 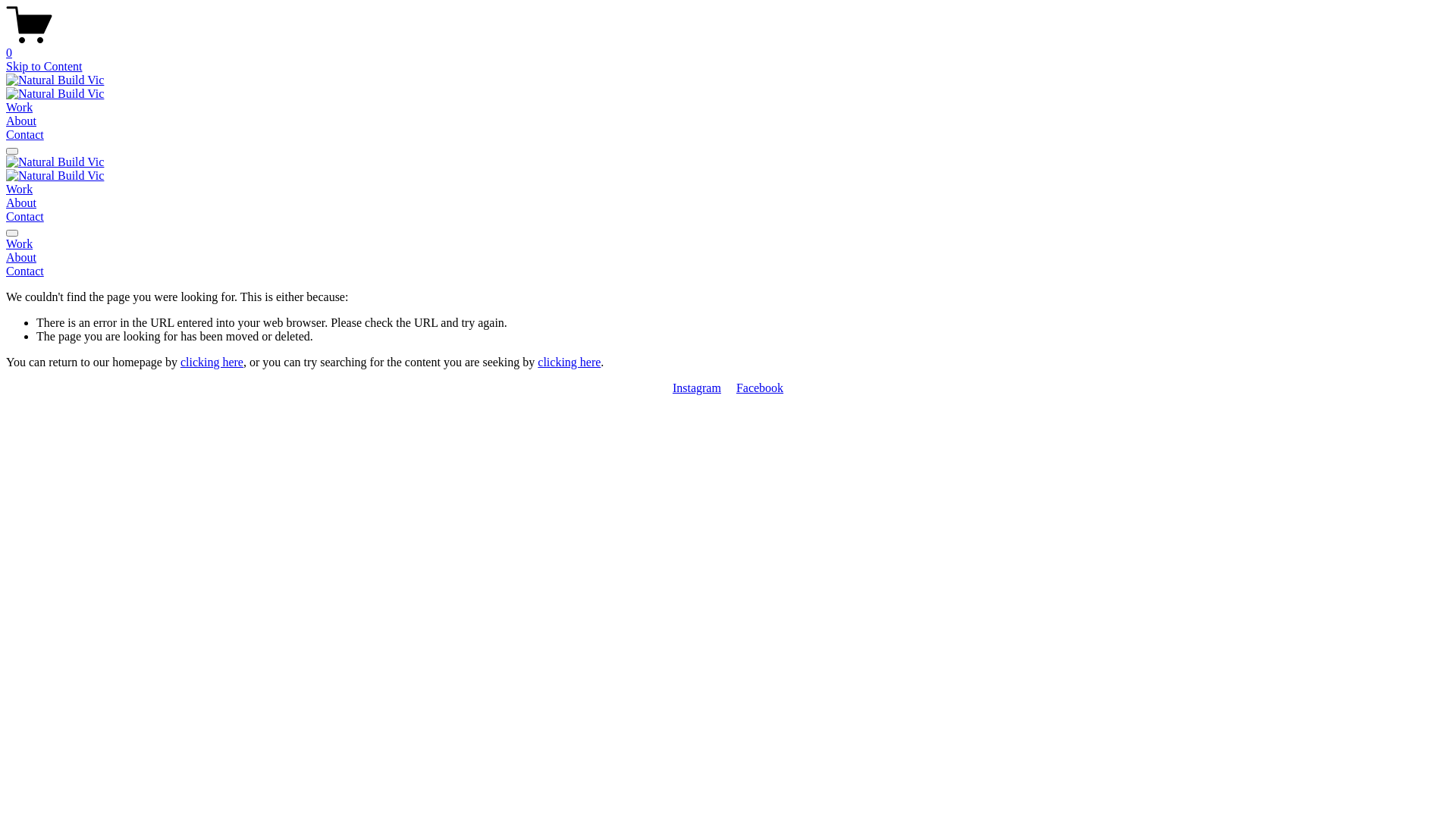 What do you see at coordinates (760, 387) in the screenshot?
I see `'Facebook'` at bounding box center [760, 387].